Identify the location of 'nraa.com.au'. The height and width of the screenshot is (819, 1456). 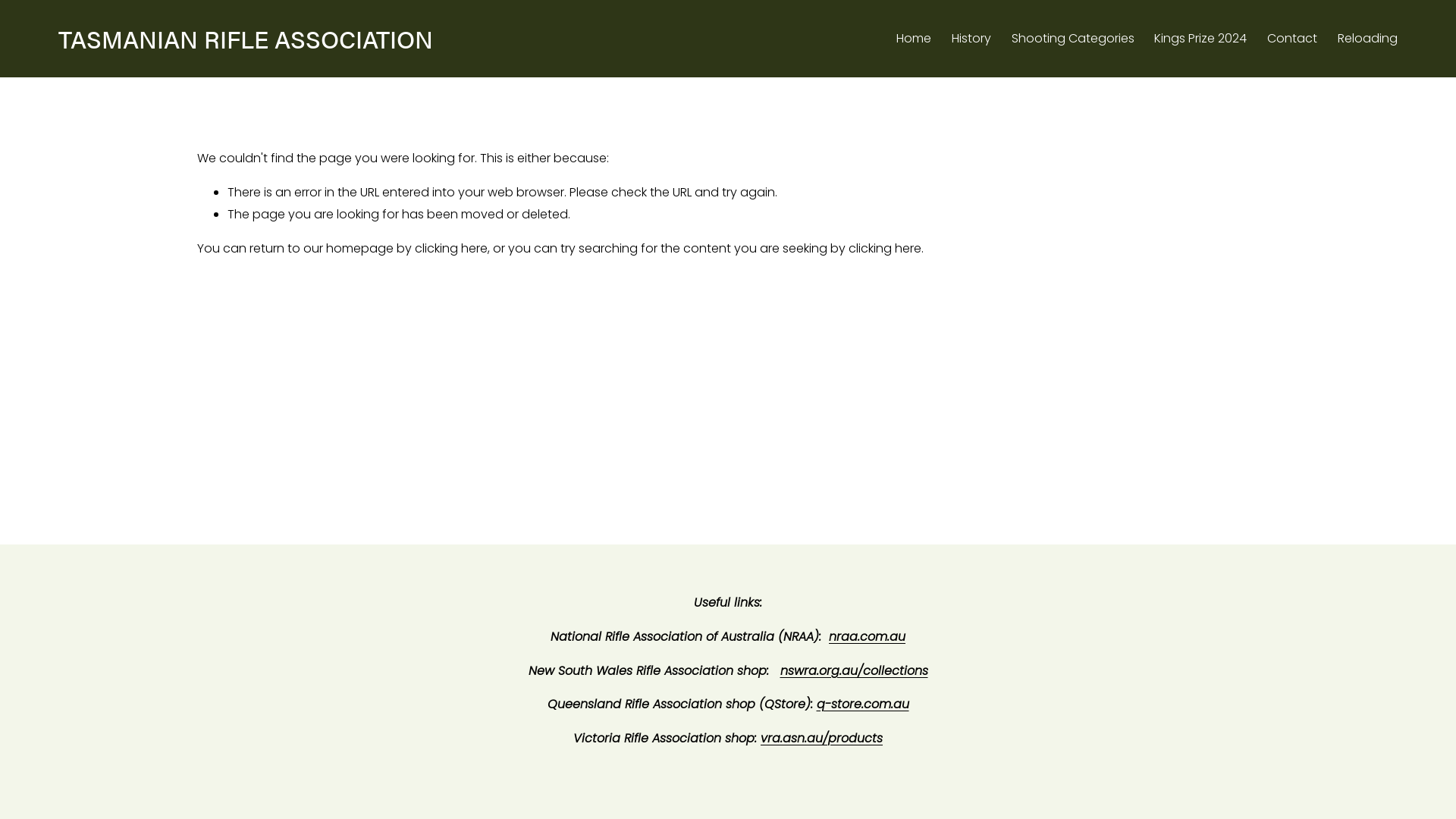
(828, 637).